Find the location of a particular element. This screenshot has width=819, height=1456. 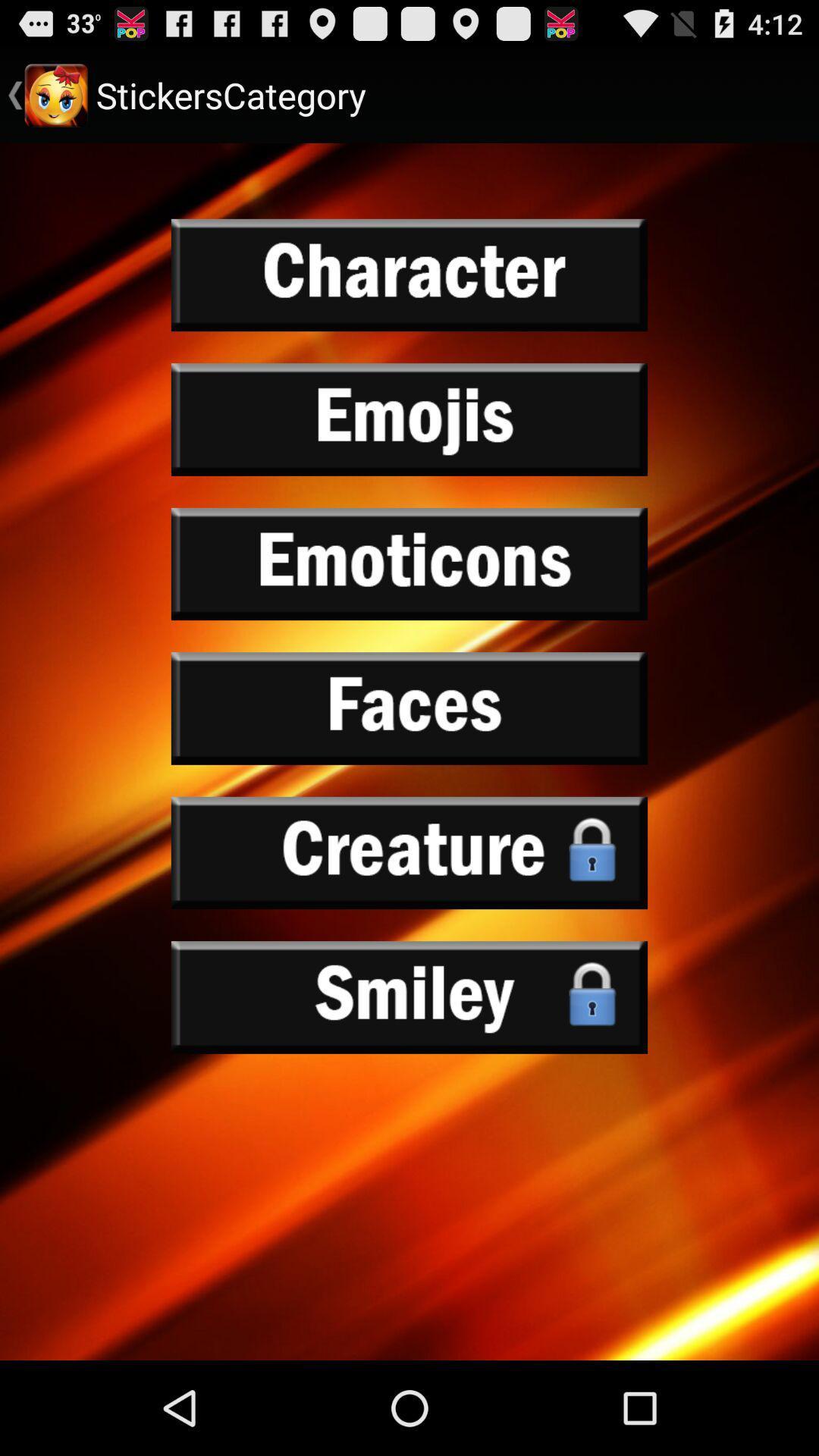

show available emojis is located at coordinates (409, 419).